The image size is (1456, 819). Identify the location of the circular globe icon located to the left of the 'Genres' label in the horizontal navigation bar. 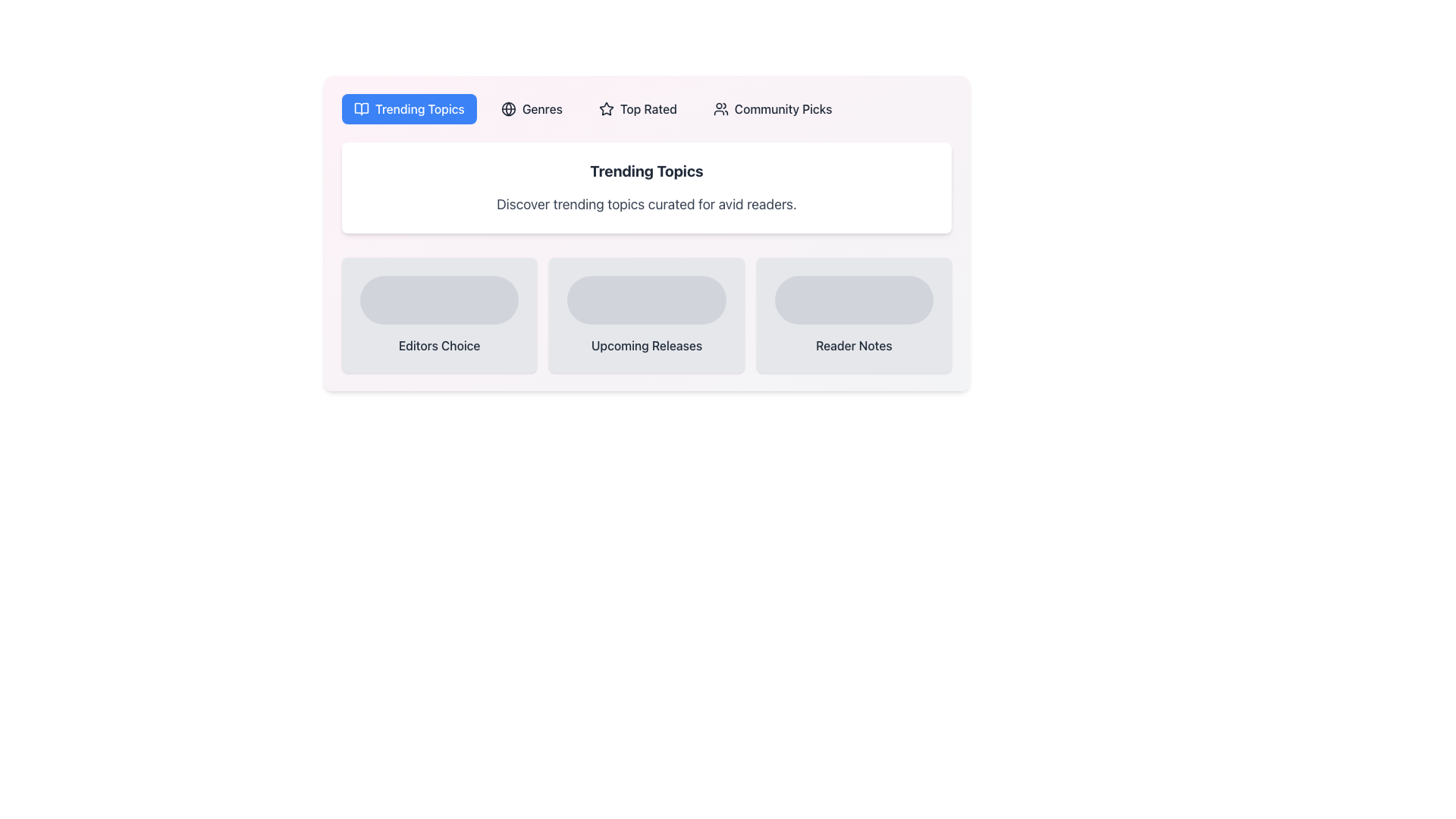
(508, 108).